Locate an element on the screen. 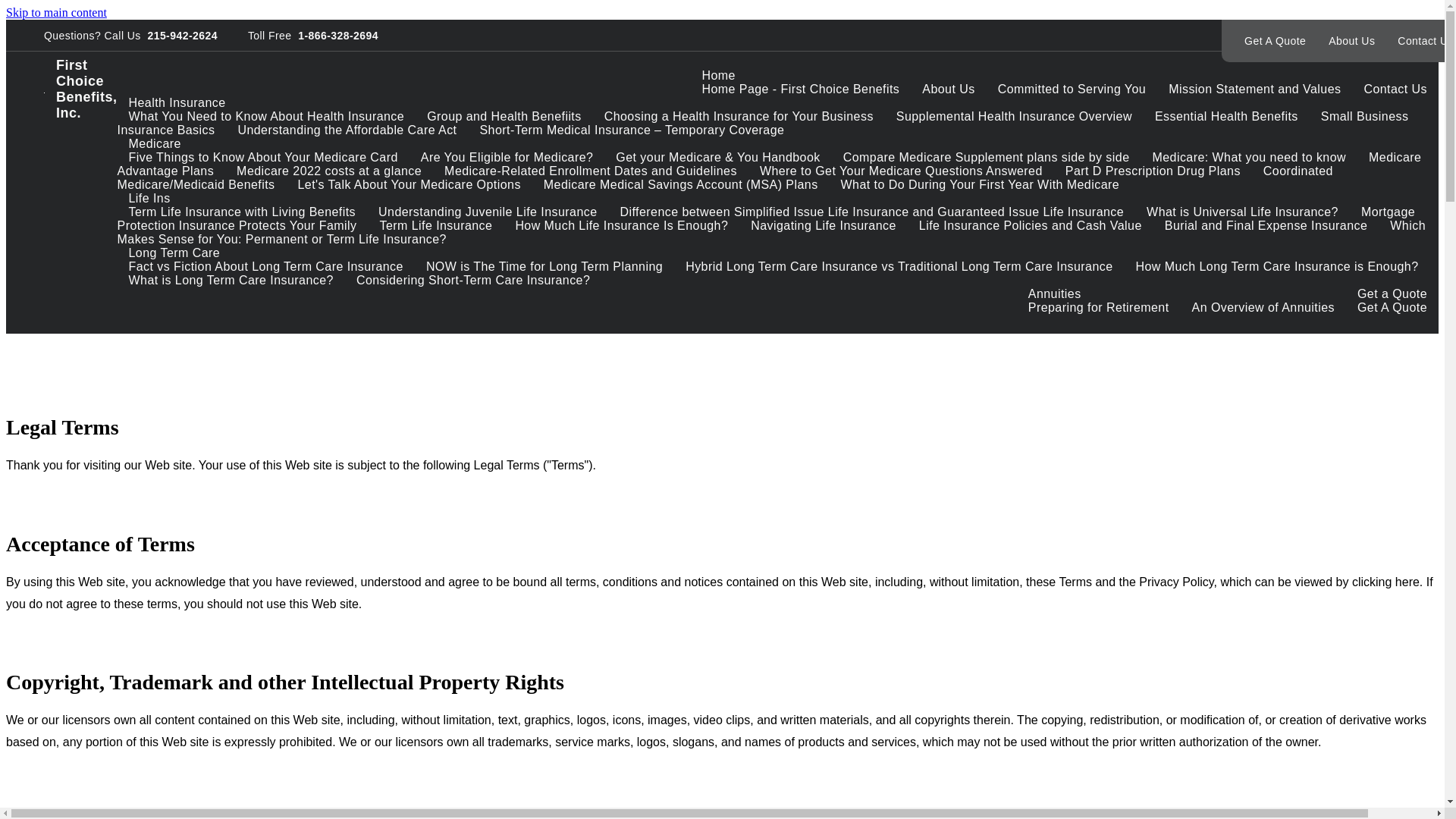 This screenshot has width=1456, height=819. 'Home' is located at coordinates (717, 75).